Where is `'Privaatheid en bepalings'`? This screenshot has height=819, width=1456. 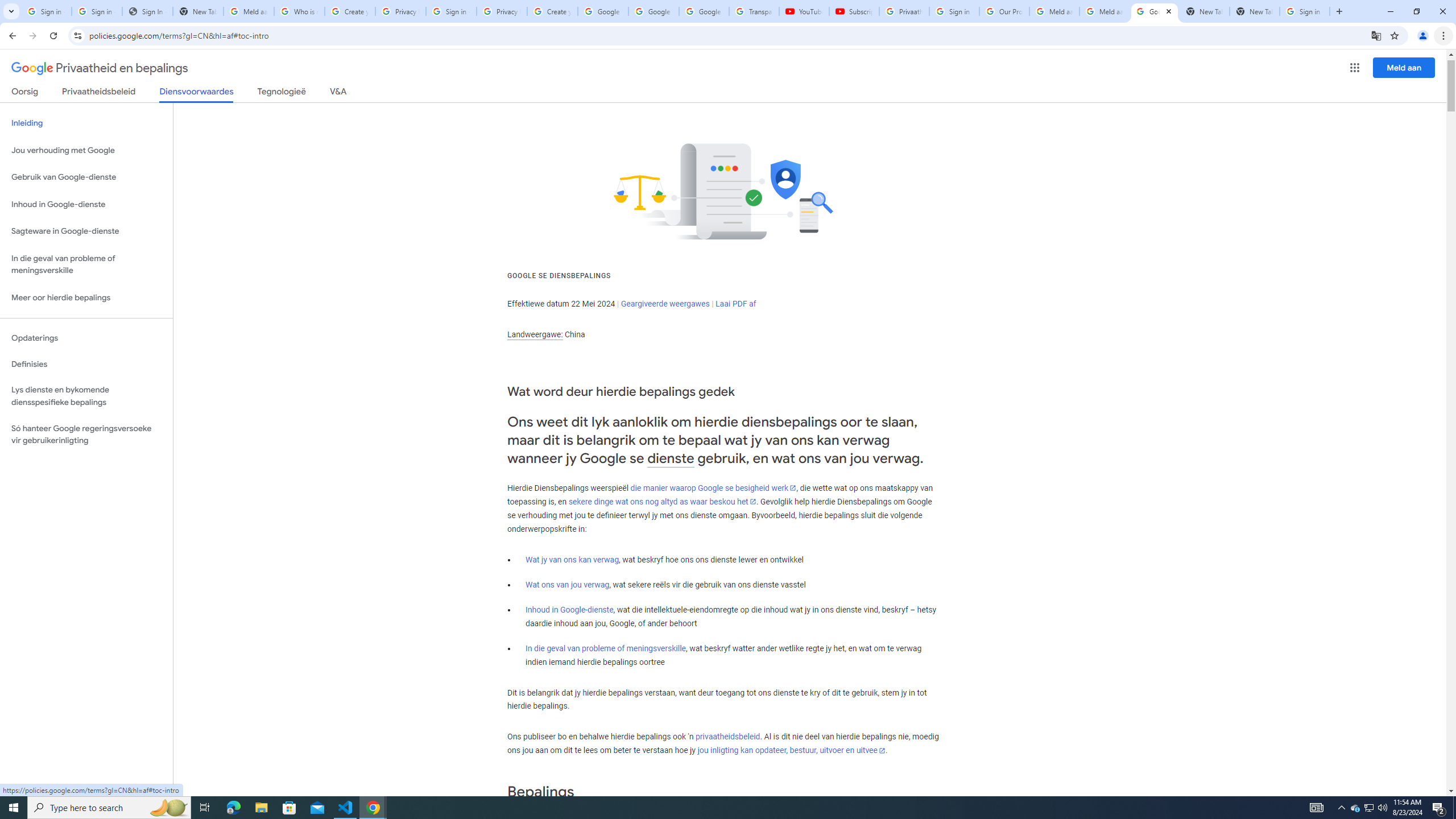 'Privaatheid en bepalings' is located at coordinates (100, 68).